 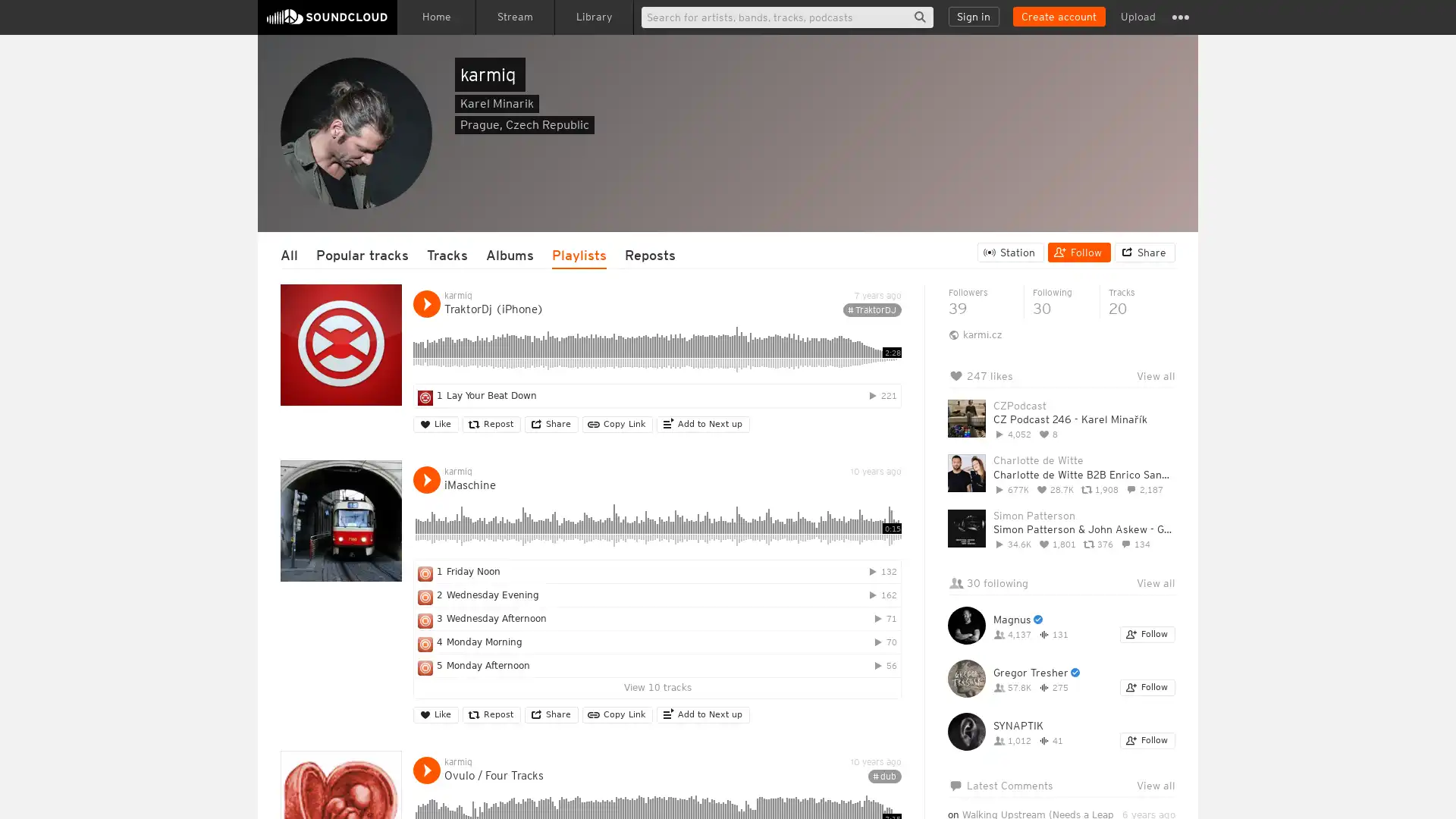 I want to click on Follow, so click(x=1147, y=739).